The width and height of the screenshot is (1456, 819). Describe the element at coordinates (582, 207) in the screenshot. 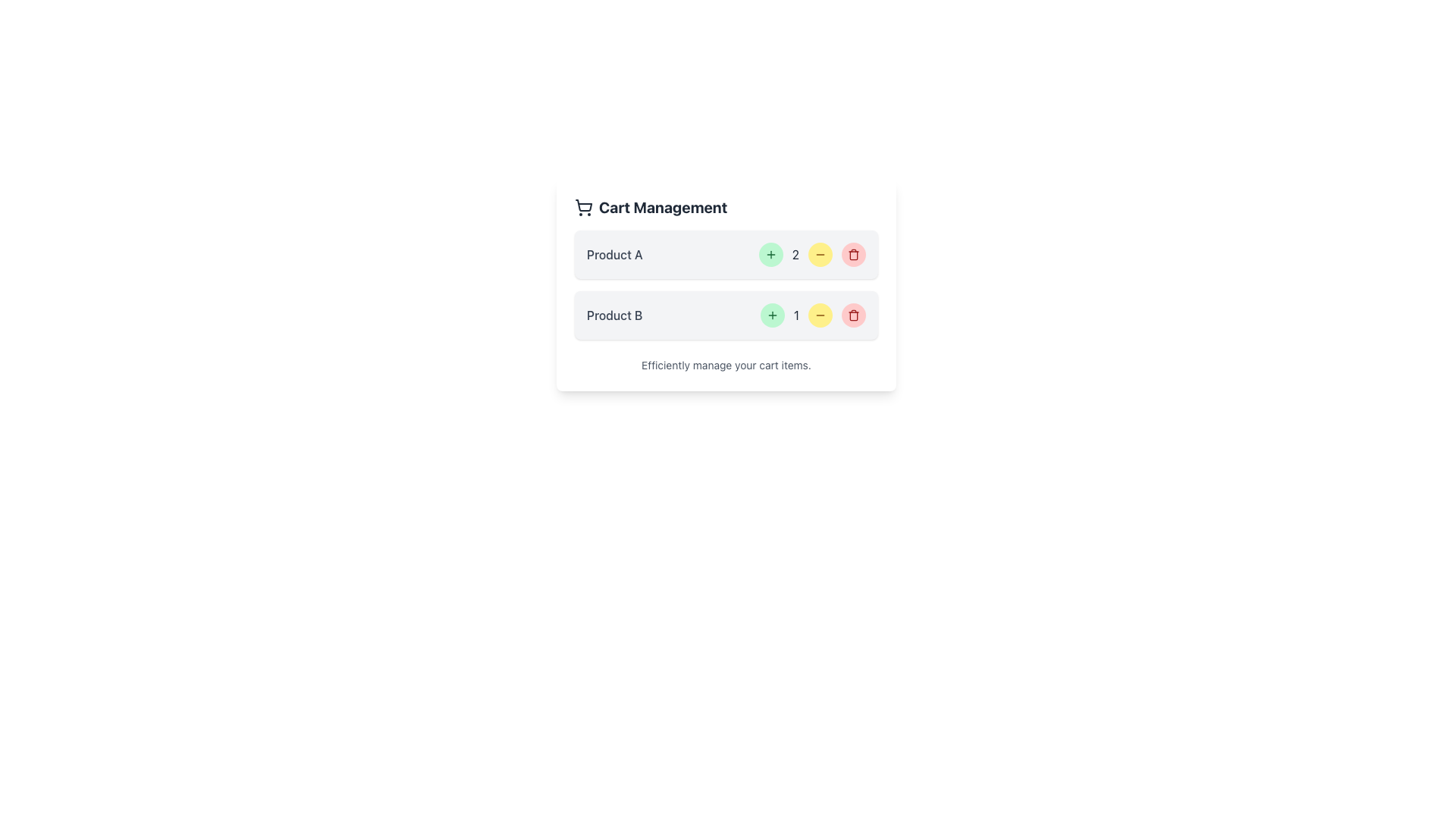

I see `the shopping cart icon located on the left side of the 'Cart Management' title in the upper part of the interface` at that location.